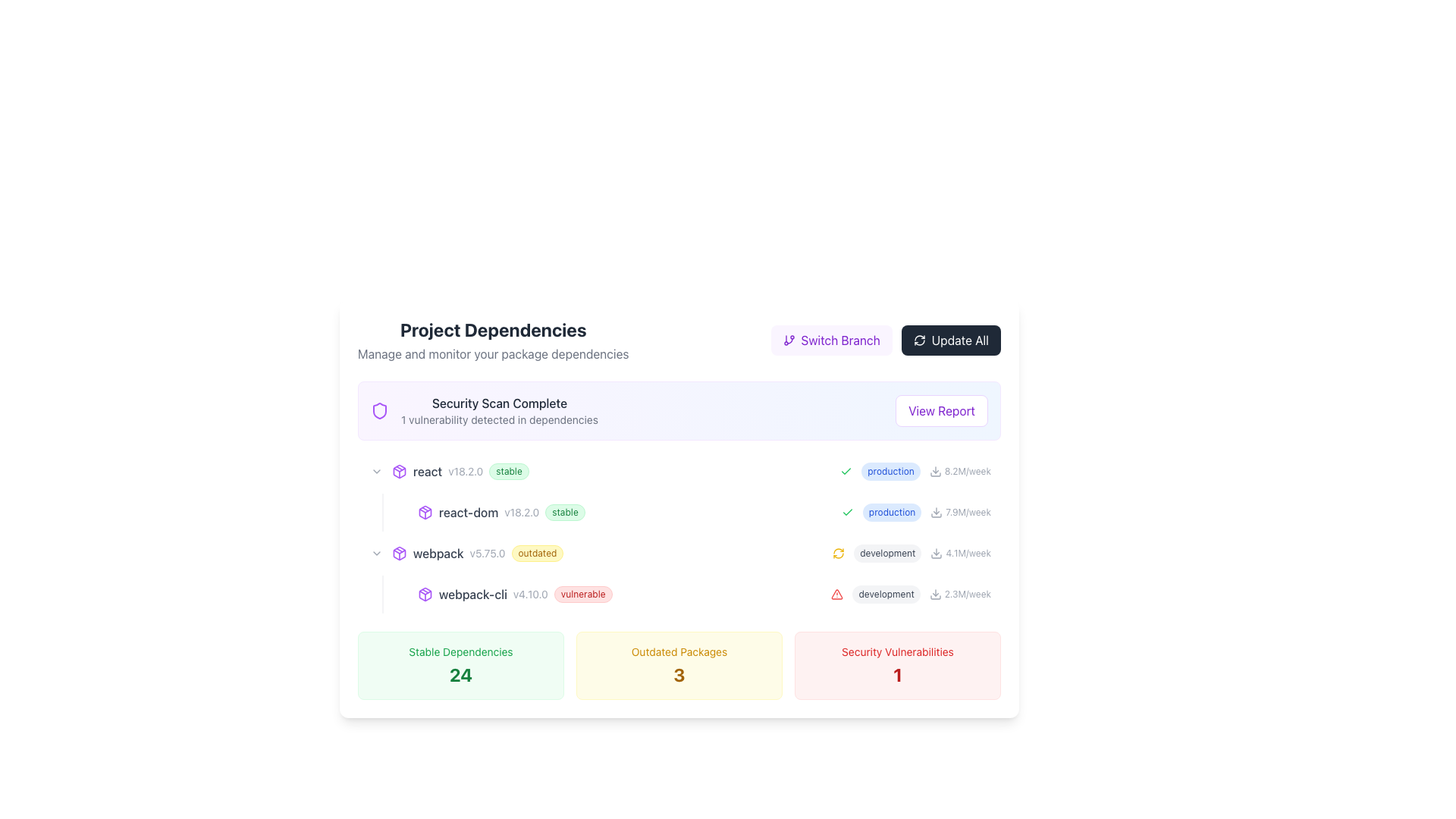  I want to click on the label with the text 'production' that has a light blue background and is part of the 'Project Dependencies' interface under the 'react-dom v18.2.0 stable' section, so click(892, 512).